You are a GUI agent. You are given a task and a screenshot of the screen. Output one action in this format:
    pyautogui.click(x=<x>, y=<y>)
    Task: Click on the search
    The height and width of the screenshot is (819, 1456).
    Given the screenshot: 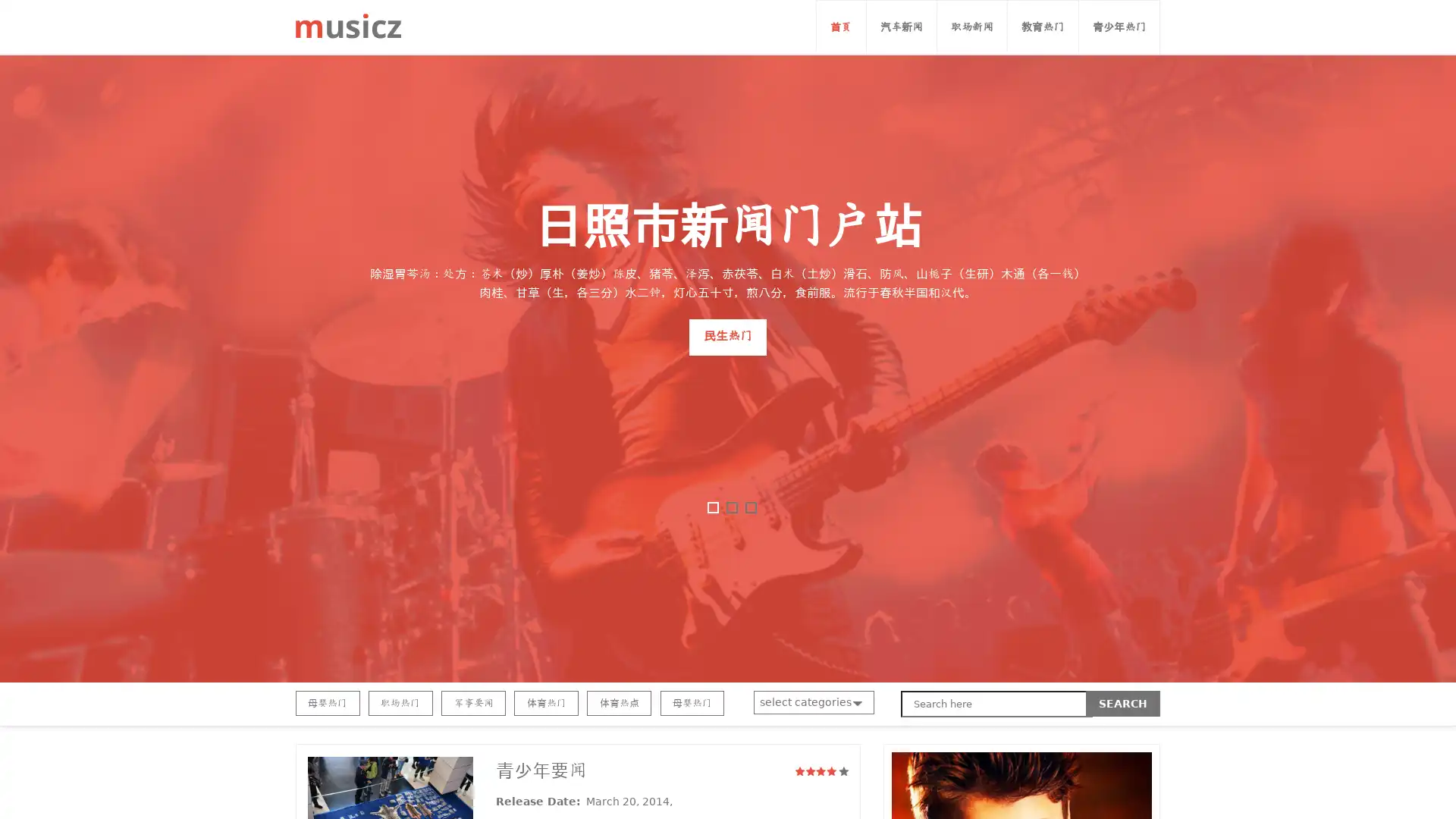 What is the action you would take?
    pyautogui.click(x=1123, y=704)
    